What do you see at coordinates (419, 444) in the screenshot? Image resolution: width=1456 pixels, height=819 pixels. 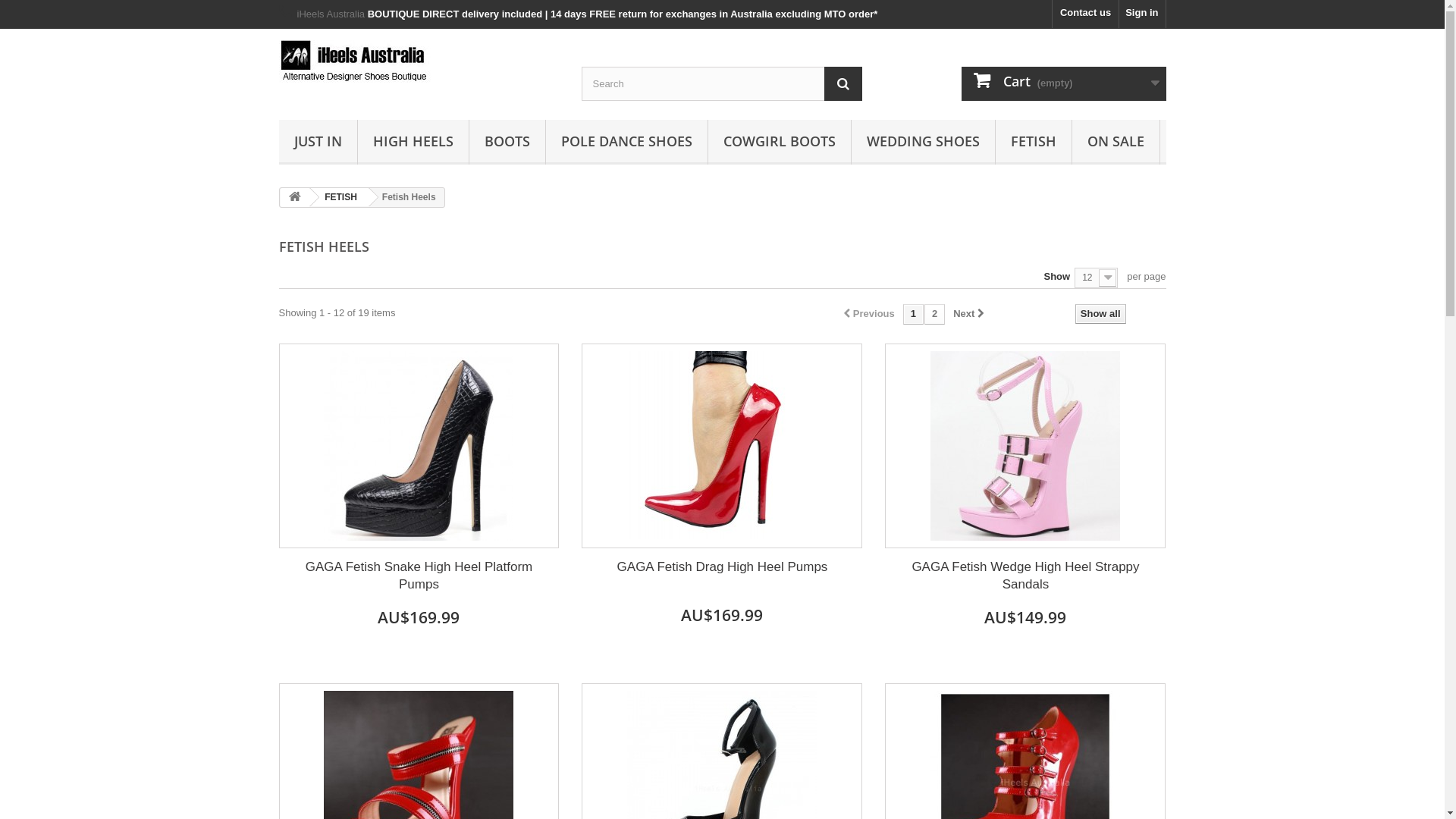 I see `'GAGA Black Snake Fetish High Heel Platform Drag Pumps'` at bounding box center [419, 444].